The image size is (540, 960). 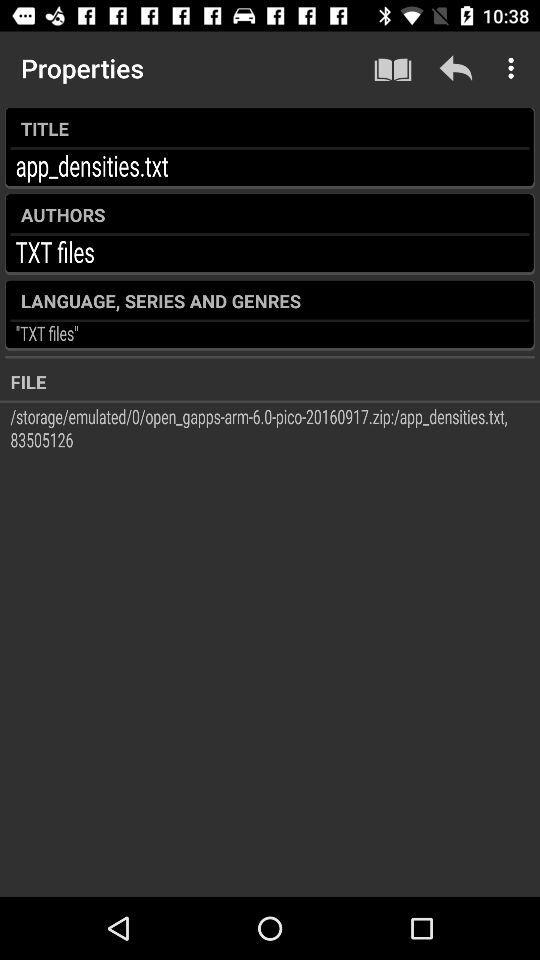 What do you see at coordinates (513, 68) in the screenshot?
I see `the icon above the title icon` at bounding box center [513, 68].